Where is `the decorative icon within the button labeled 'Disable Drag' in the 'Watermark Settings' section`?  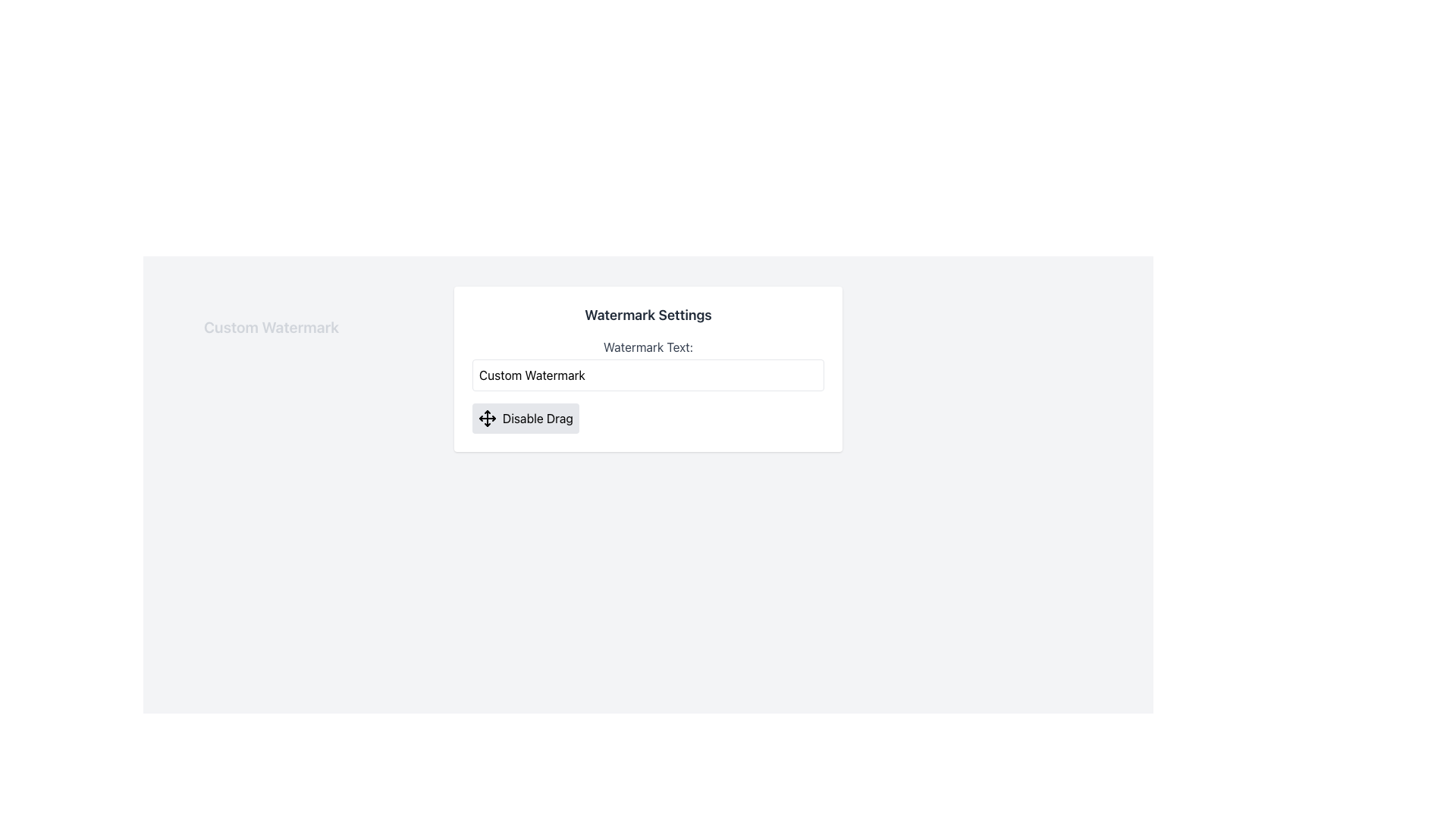
the decorative icon within the button labeled 'Disable Drag' in the 'Watermark Settings' section is located at coordinates (488, 418).